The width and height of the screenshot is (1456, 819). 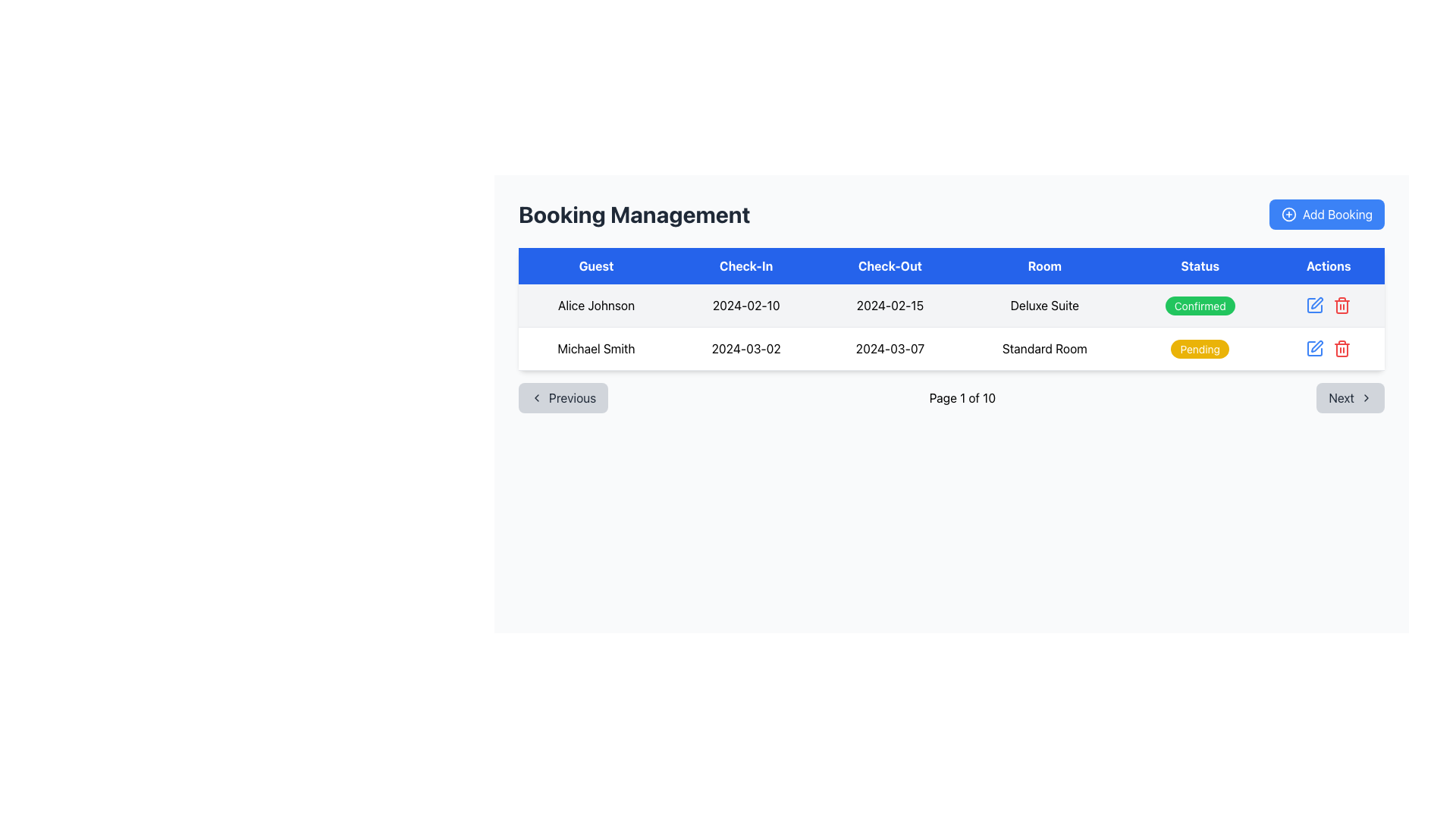 I want to click on the first row of the data table displaying booking details, which includes guest information, dates, room type, and status, so click(x=950, y=305).